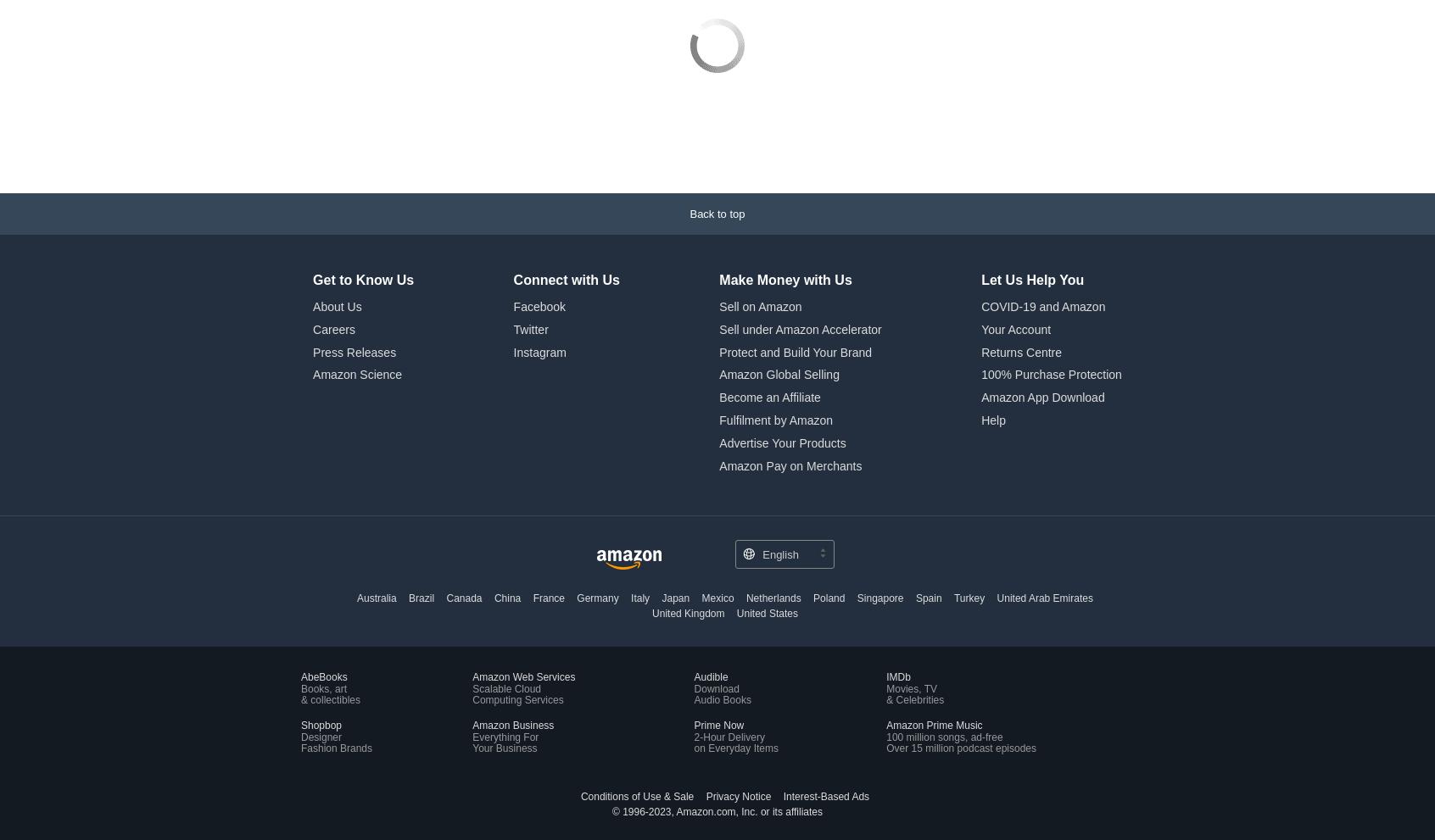 The image size is (1435, 840). Describe the element at coordinates (718, 305) in the screenshot. I see `'Fulfilment by Amazon'` at that location.